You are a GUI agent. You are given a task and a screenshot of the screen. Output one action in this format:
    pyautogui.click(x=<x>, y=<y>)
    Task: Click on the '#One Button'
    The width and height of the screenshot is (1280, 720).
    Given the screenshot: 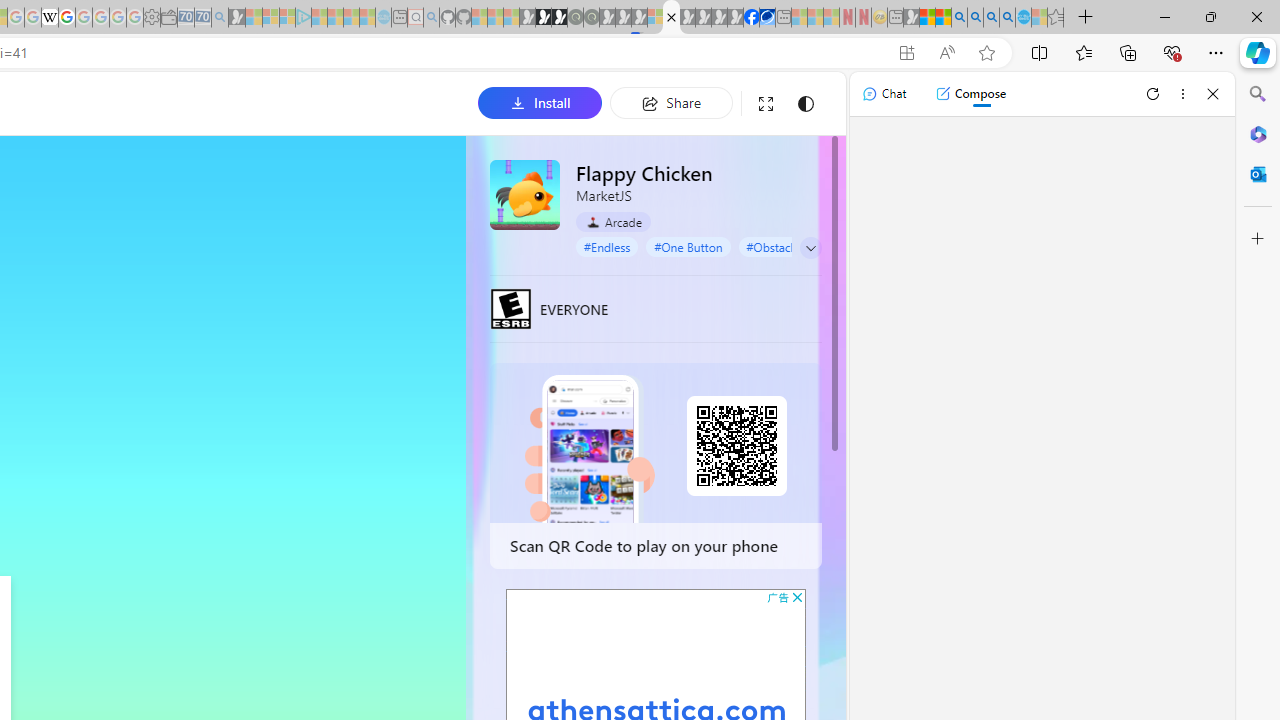 What is the action you would take?
    pyautogui.click(x=688, y=245)
    